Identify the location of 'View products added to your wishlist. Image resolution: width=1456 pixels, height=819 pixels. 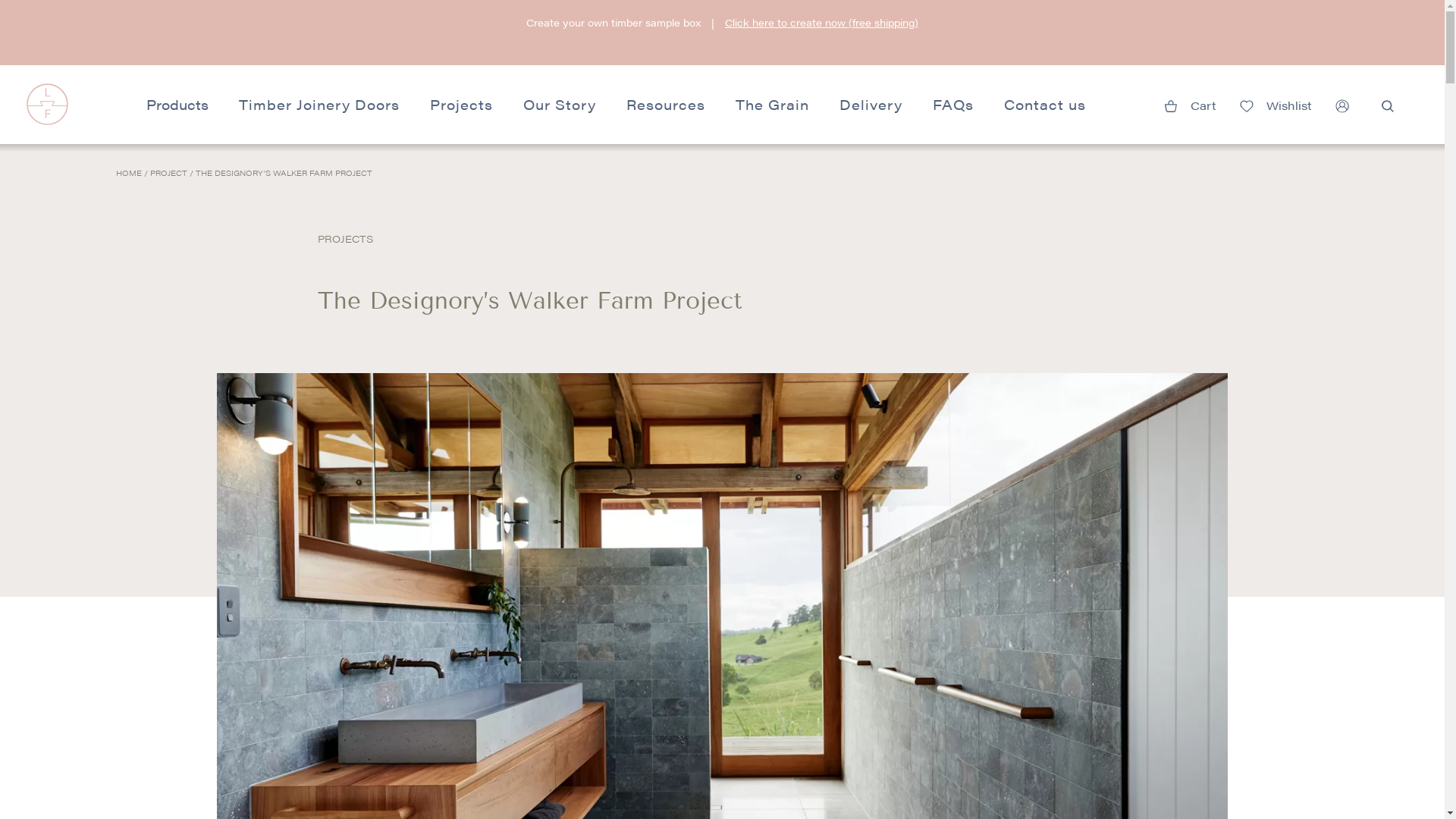
(1274, 102).